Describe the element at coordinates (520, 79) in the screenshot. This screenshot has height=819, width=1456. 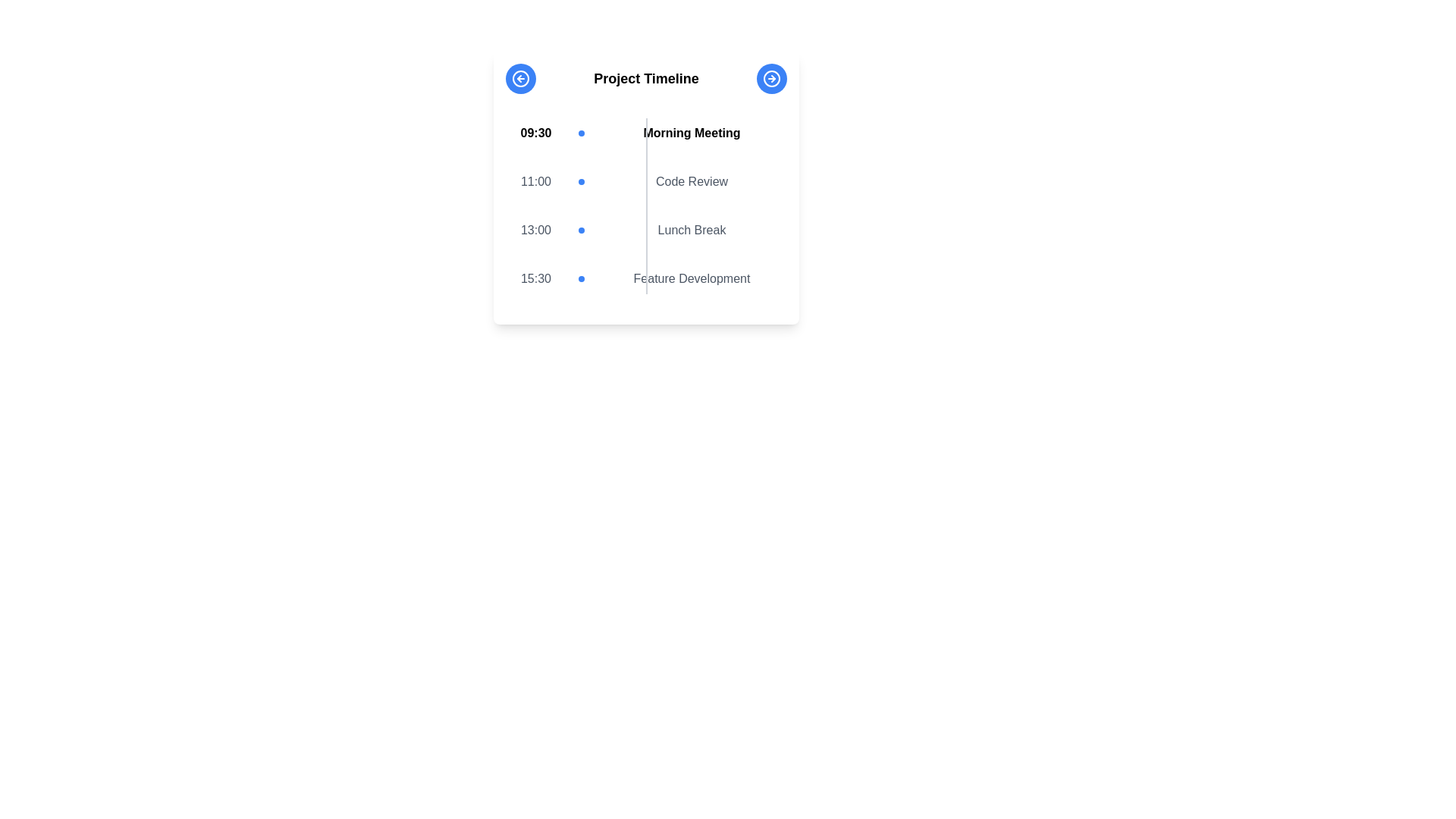
I see `the circular SVG component representing the left control icon in the 'Project Timeline' card` at that location.